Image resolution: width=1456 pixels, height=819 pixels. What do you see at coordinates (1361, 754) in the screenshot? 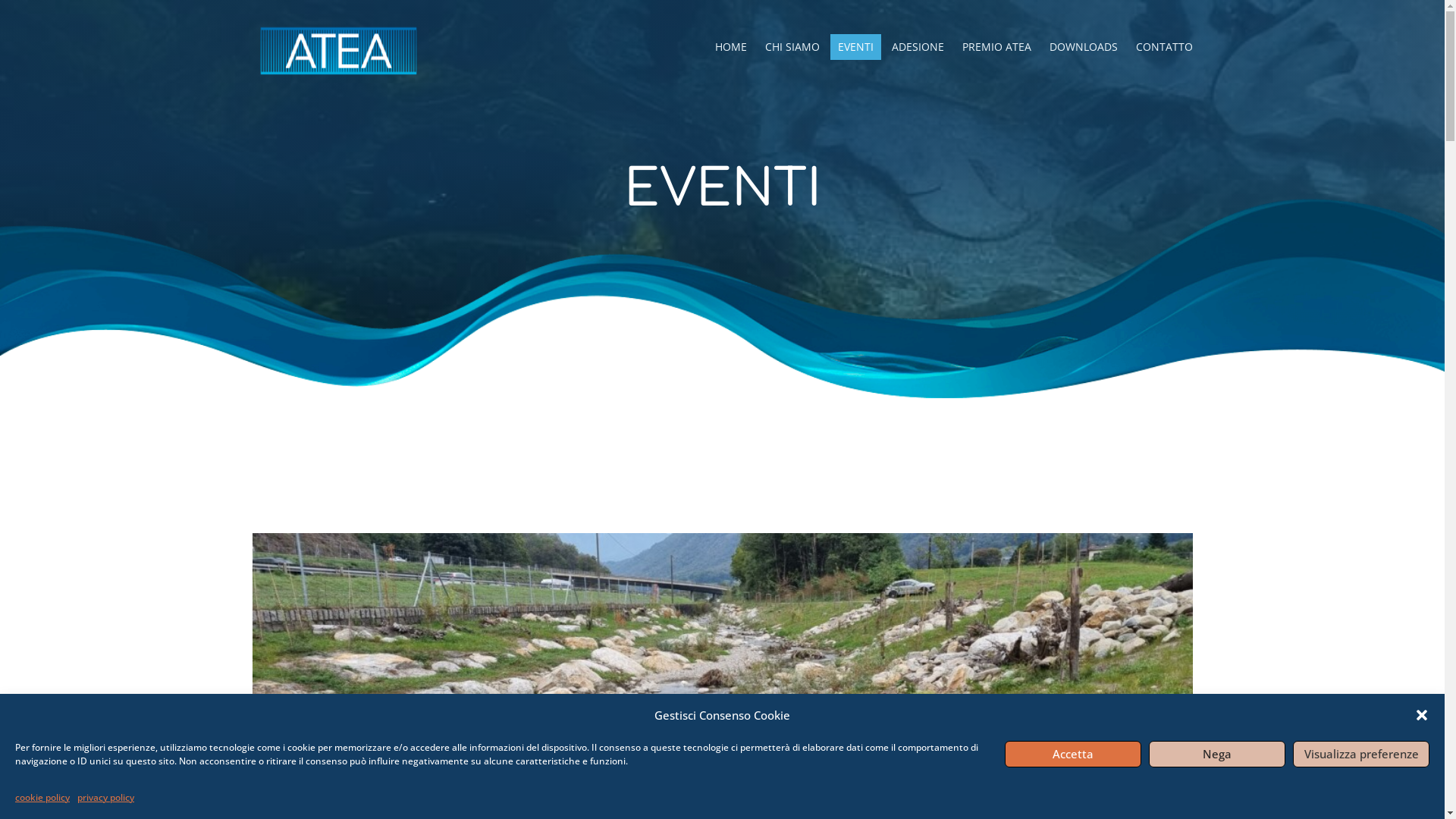
I see `'Visualizza preferenze'` at bounding box center [1361, 754].